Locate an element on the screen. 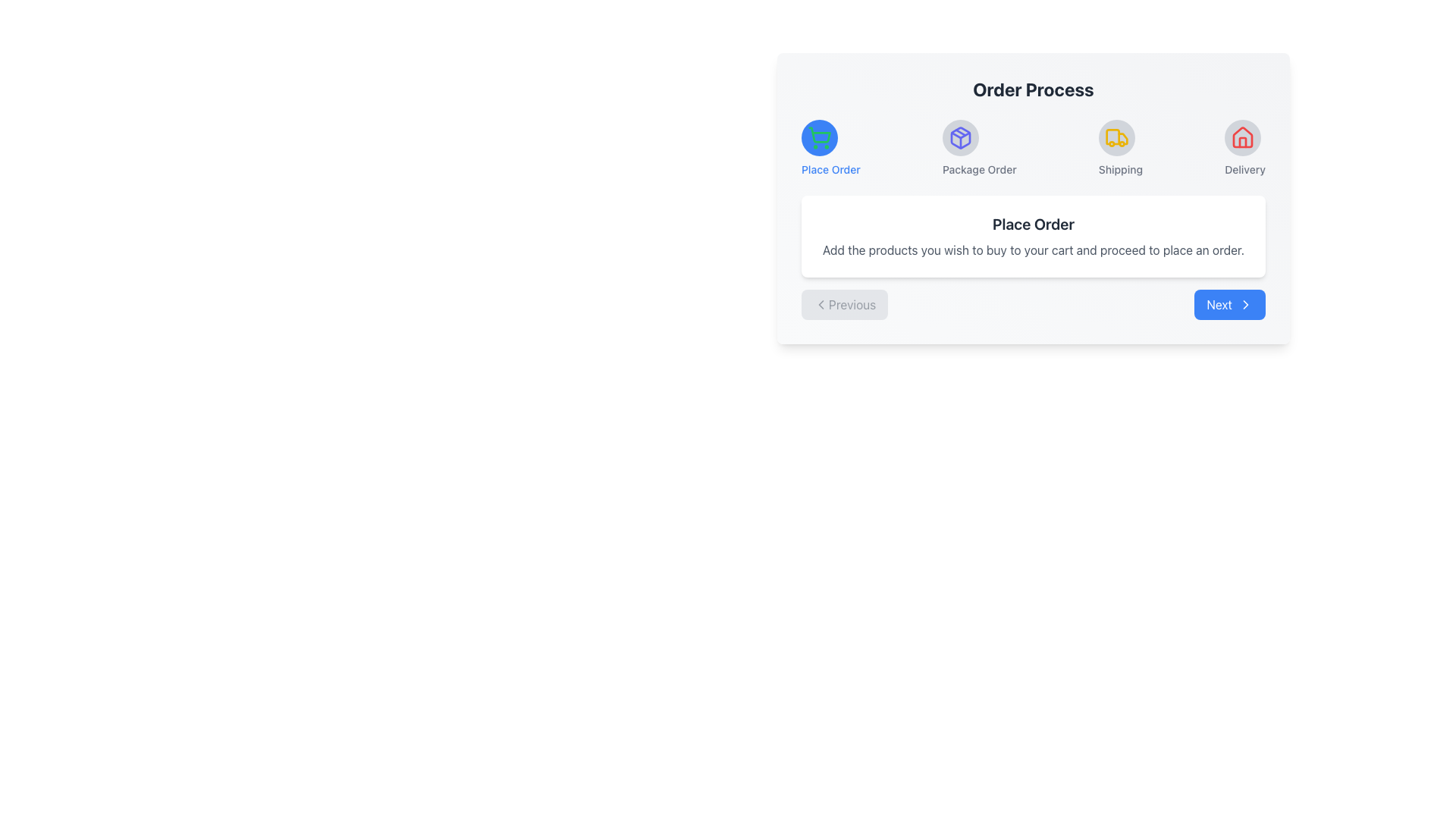 The width and height of the screenshot is (1456, 819). the visual progression of the process by focusing on the Navigation bar located below the 'Order Process' heading, which serves as a progress indicator for the stages of the order process is located at coordinates (1033, 149).